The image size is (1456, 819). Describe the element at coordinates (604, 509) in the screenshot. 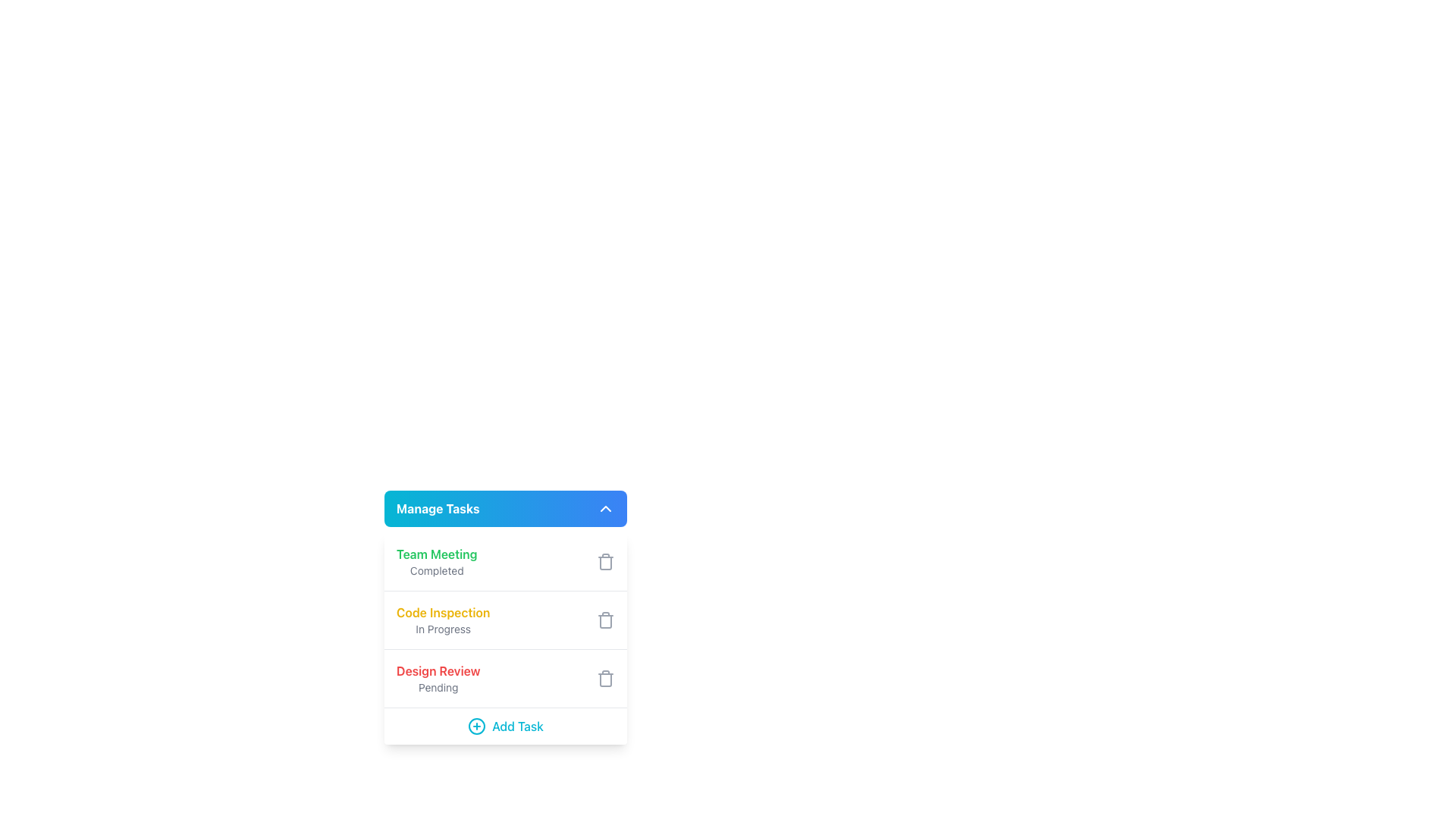

I see `the toggle icon located on the far right side of the 'Manage Tasks' button with a gradient blue background` at that location.